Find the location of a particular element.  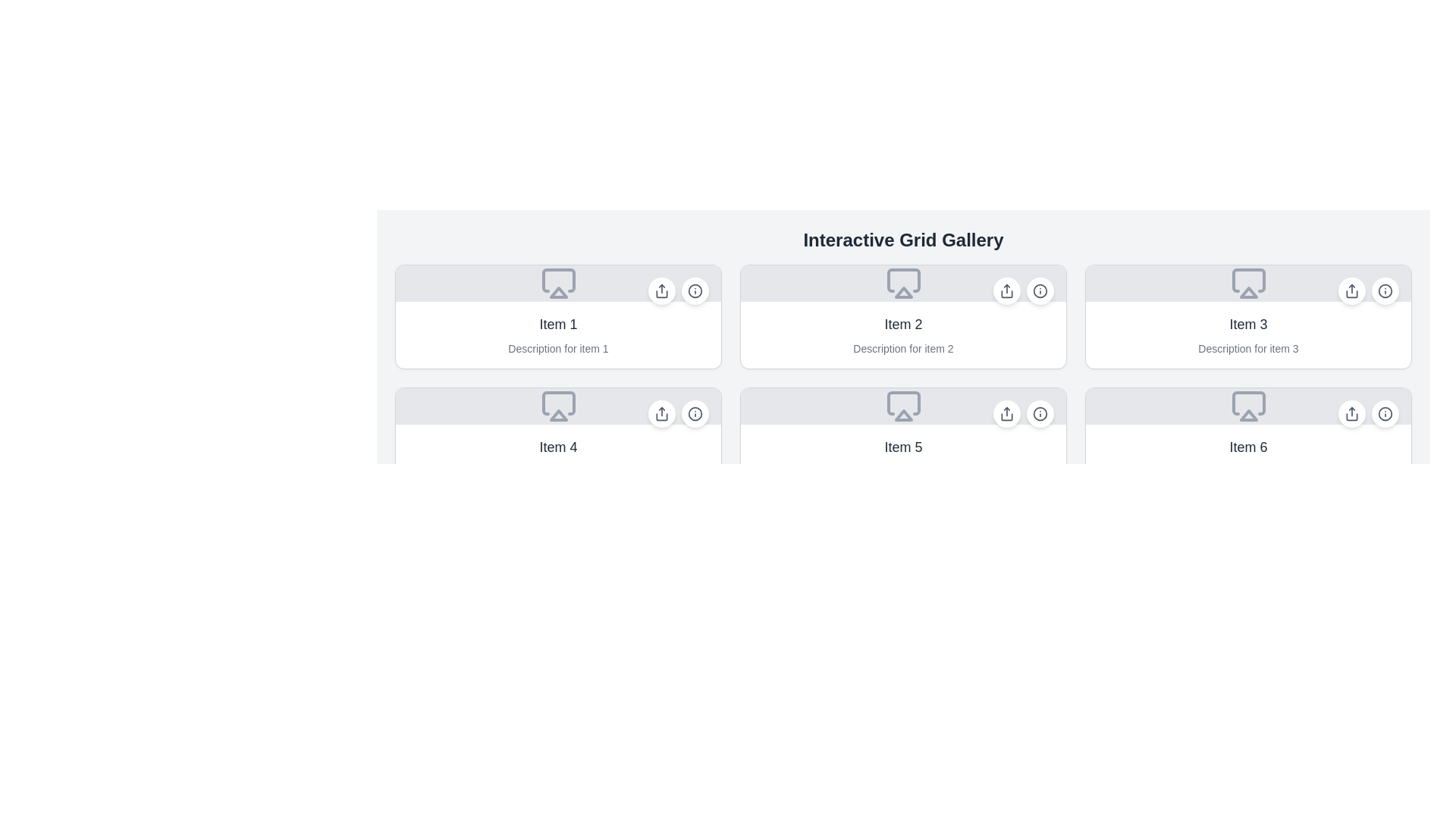

the first circular share button located in the upper-right corner of the 'Item 1' card is located at coordinates (662, 291).